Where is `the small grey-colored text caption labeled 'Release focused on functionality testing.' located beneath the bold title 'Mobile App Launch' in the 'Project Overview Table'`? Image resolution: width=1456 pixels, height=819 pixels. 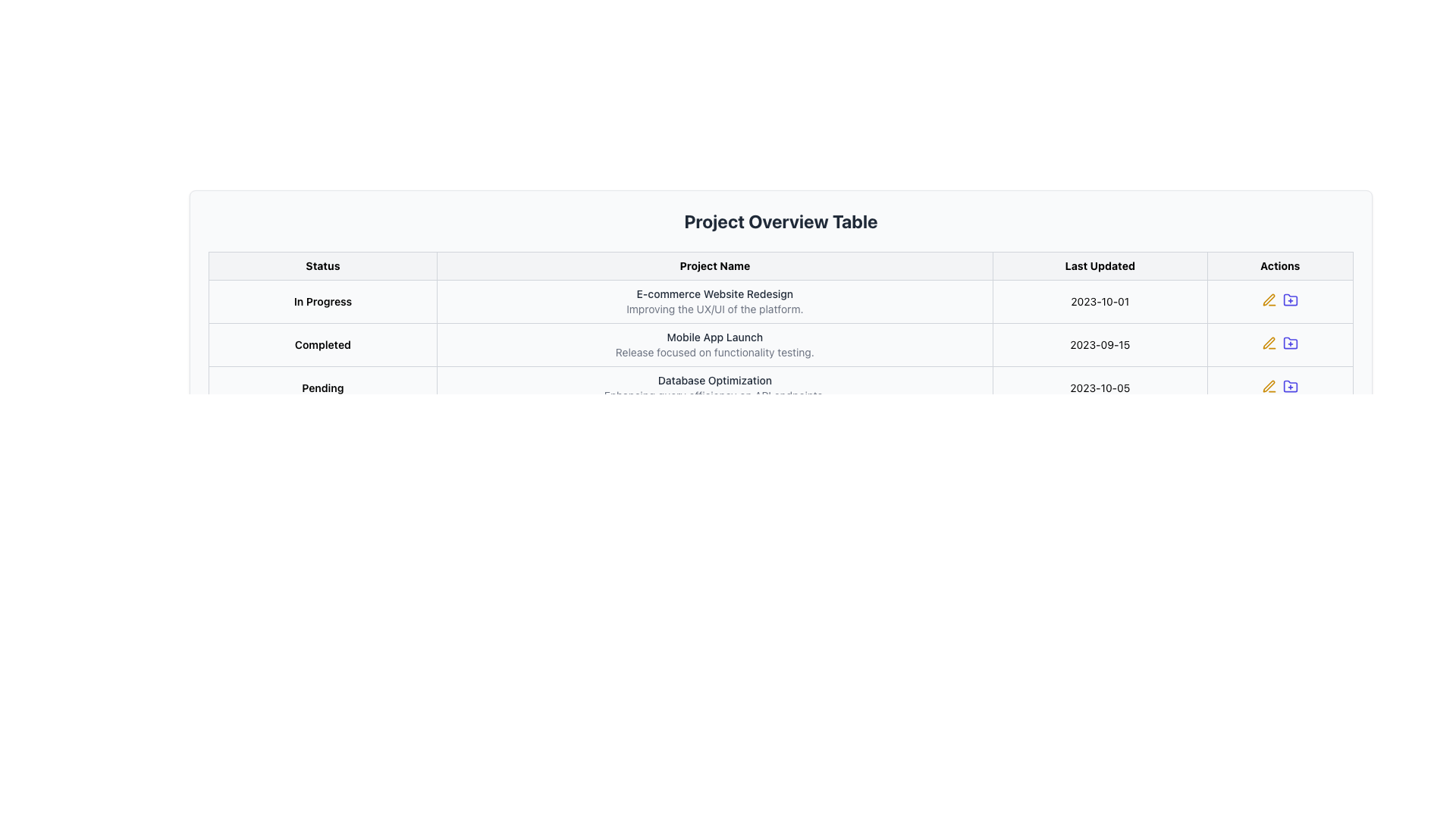
the small grey-colored text caption labeled 'Release focused on functionality testing.' located beneath the bold title 'Mobile App Launch' in the 'Project Overview Table' is located at coordinates (714, 353).